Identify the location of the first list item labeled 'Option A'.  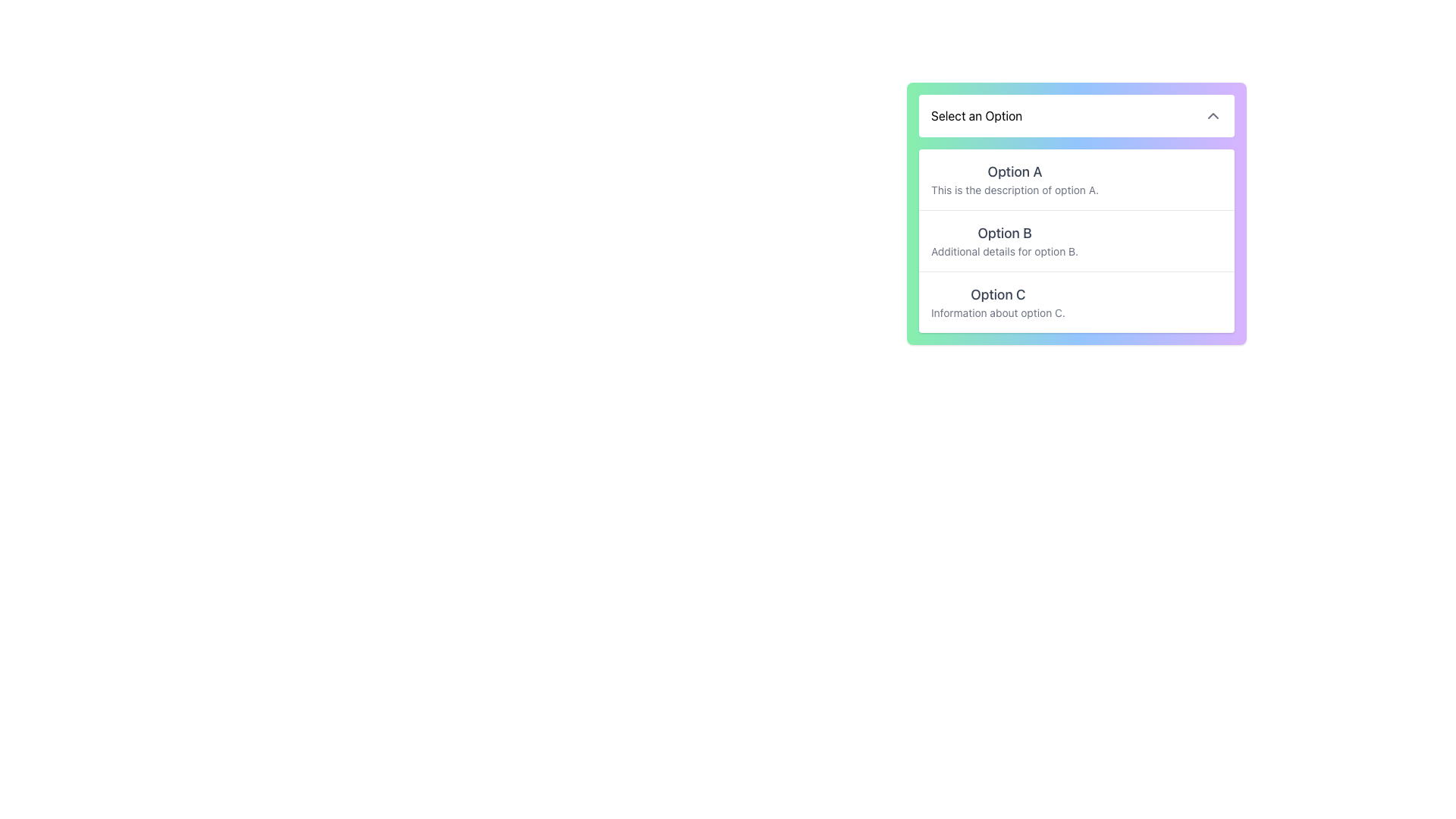
(1015, 178).